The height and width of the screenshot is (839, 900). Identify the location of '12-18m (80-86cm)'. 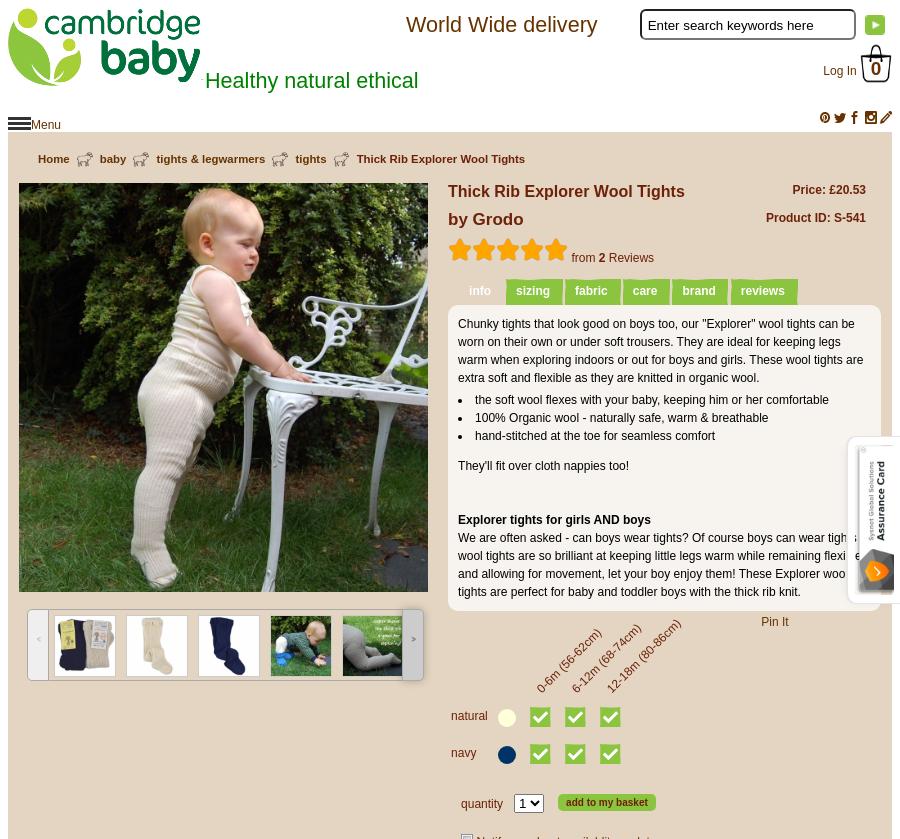
(642, 655).